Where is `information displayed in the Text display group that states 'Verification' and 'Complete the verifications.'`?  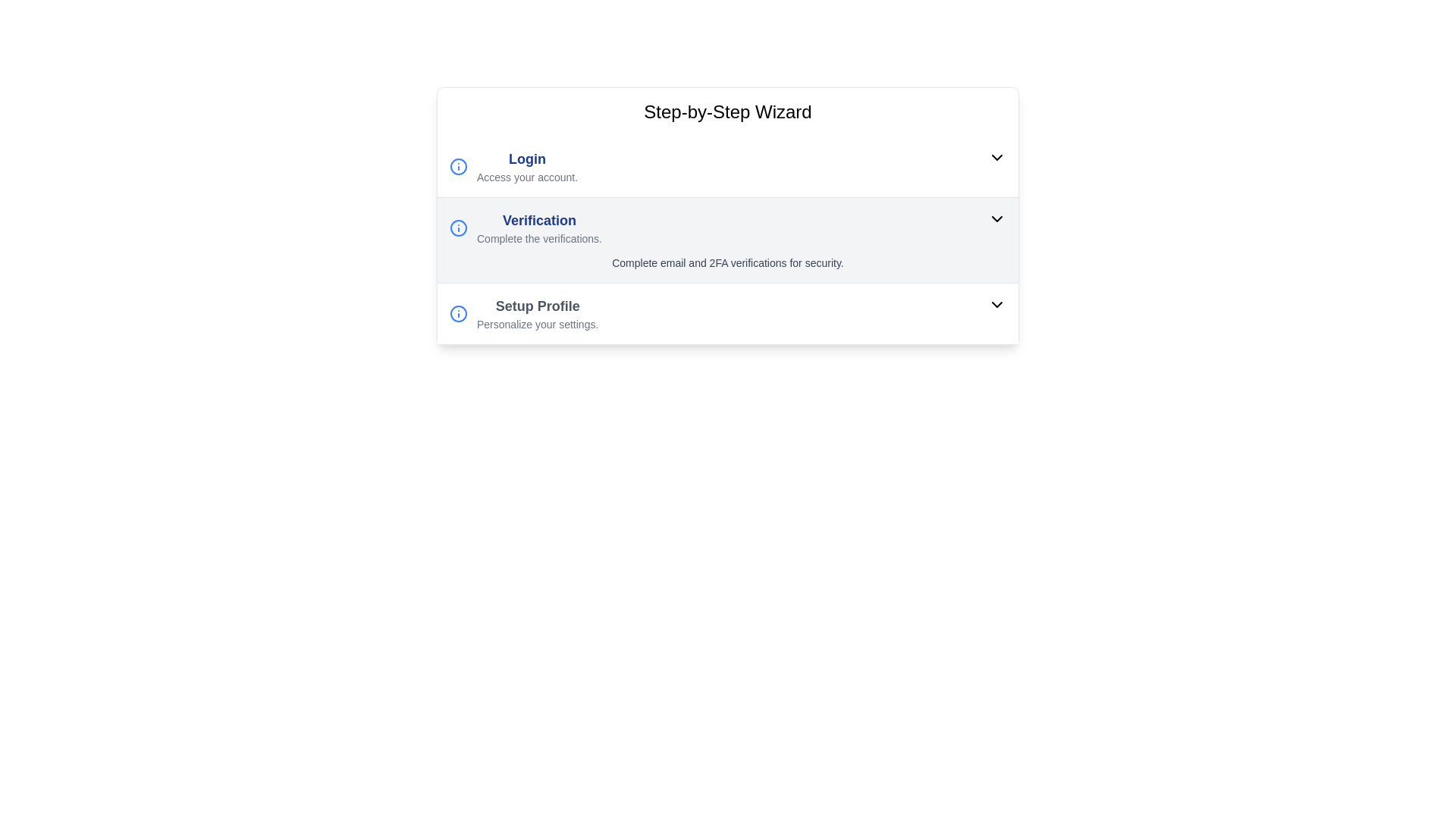
information displayed in the Text display group that states 'Verification' and 'Complete the verifications.' is located at coordinates (539, 227).